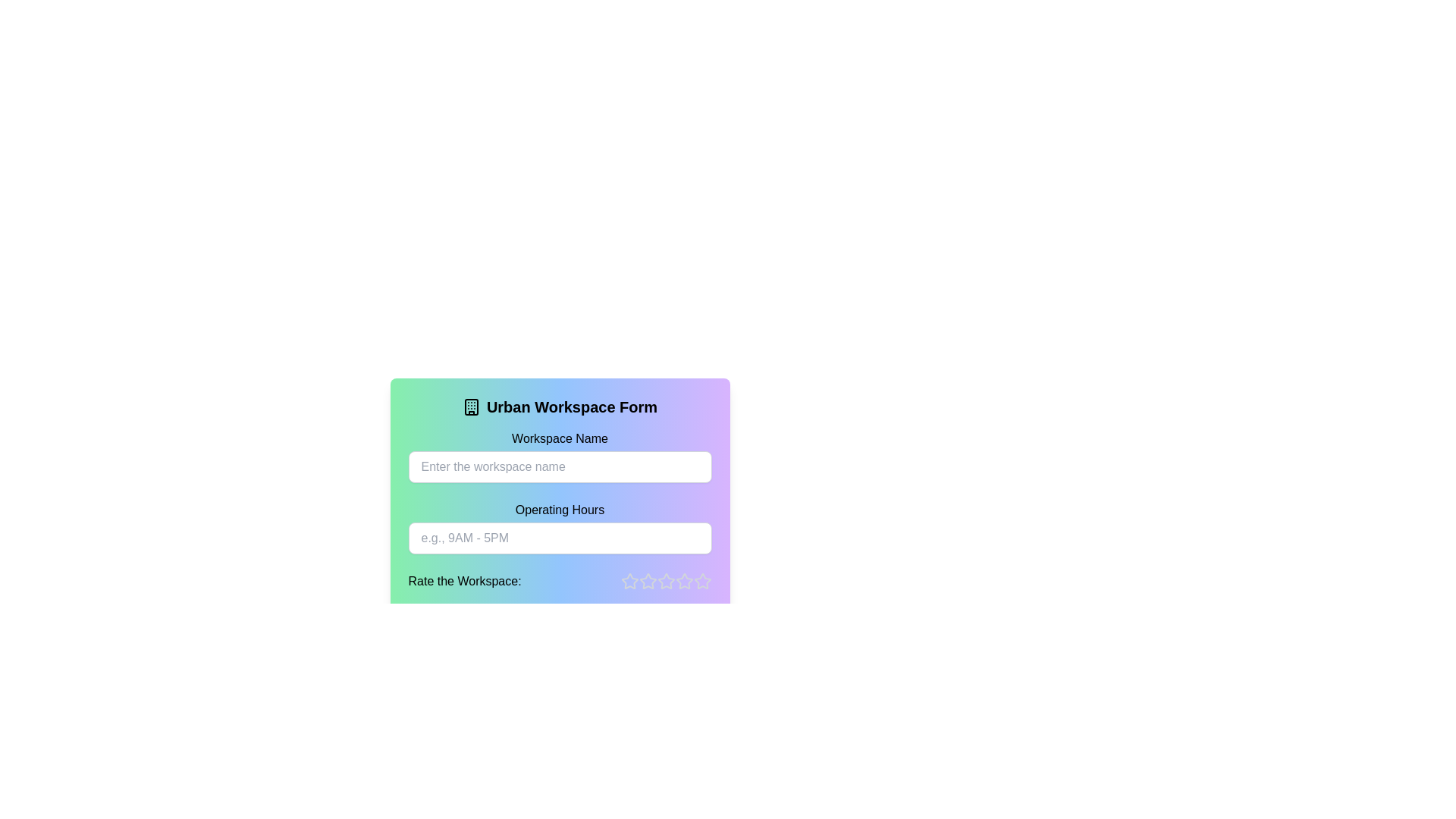 This screenshot has width=1456, height=819. What do you see at coordinates (559, 526) in the screenshot?
I see `the text input field for operating hours, which is located below the 'Workspace Name' field and above the 'Rate the Workspace' section, to focus on it` at bounding box center [559, 526].